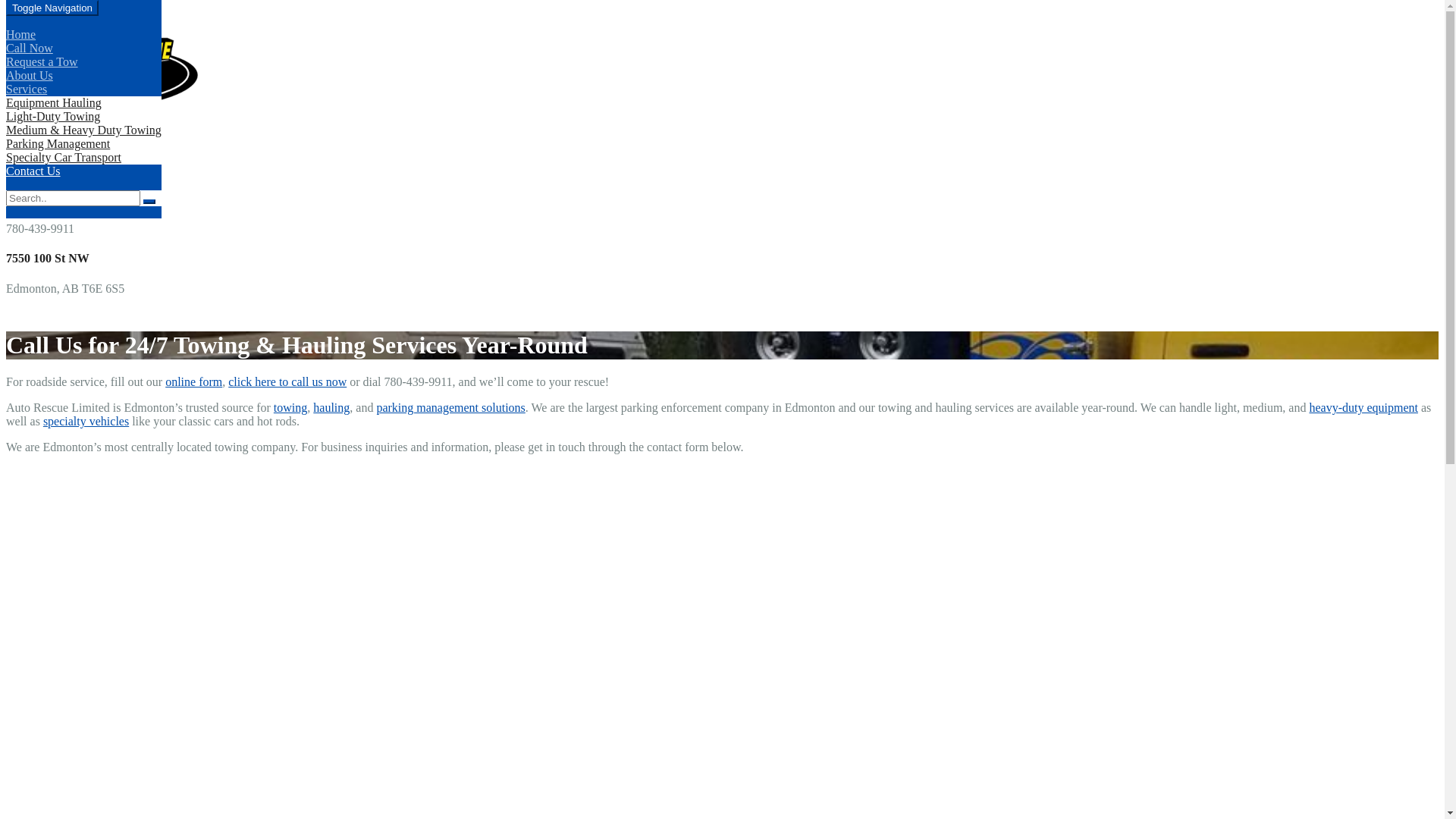 The width and height of the screenshot is (1456, 819). I want to click on 'hauling', so click(330, 406).